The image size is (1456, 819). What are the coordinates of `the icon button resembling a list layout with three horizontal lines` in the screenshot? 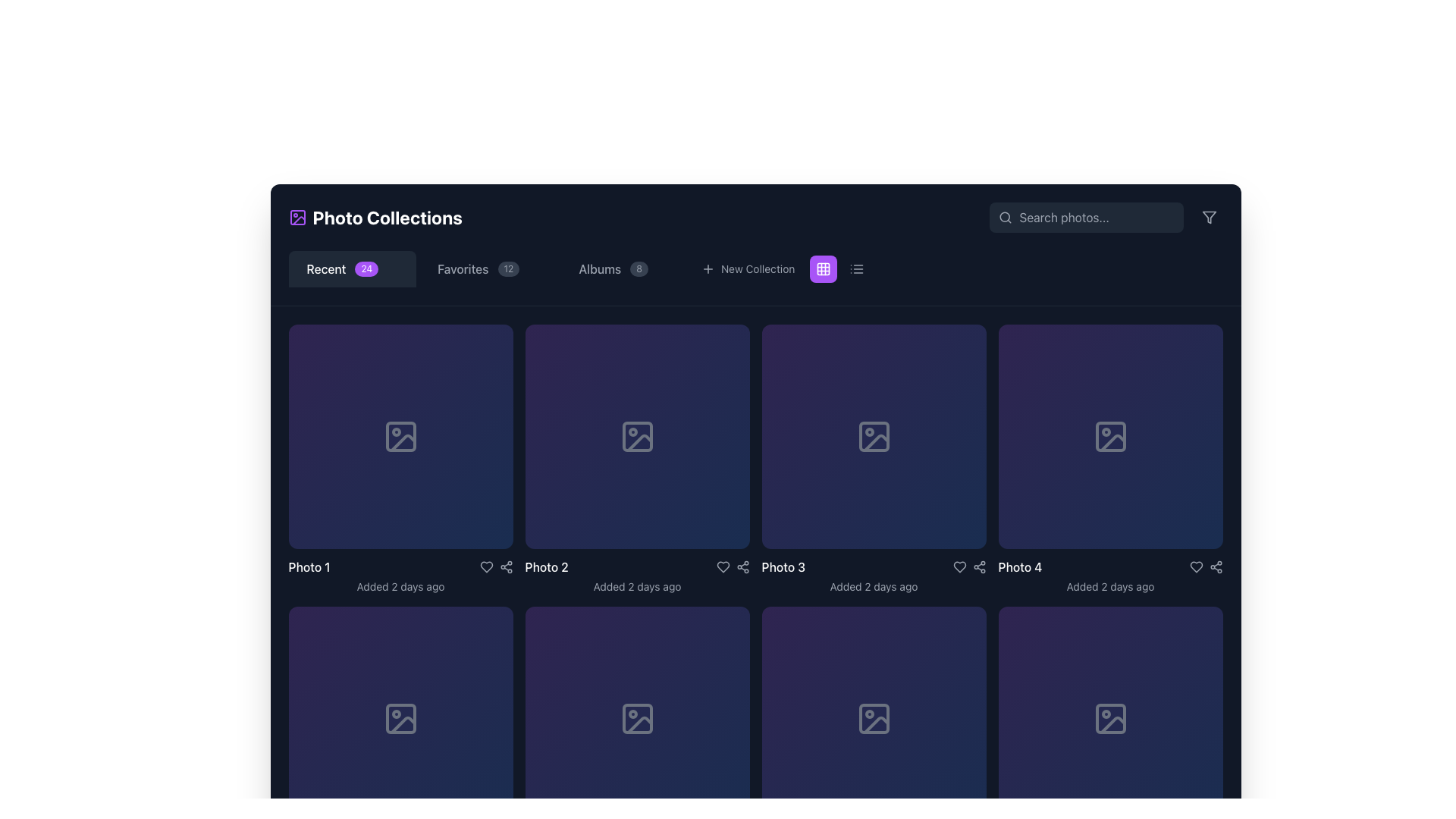 It's located at (857, 268).